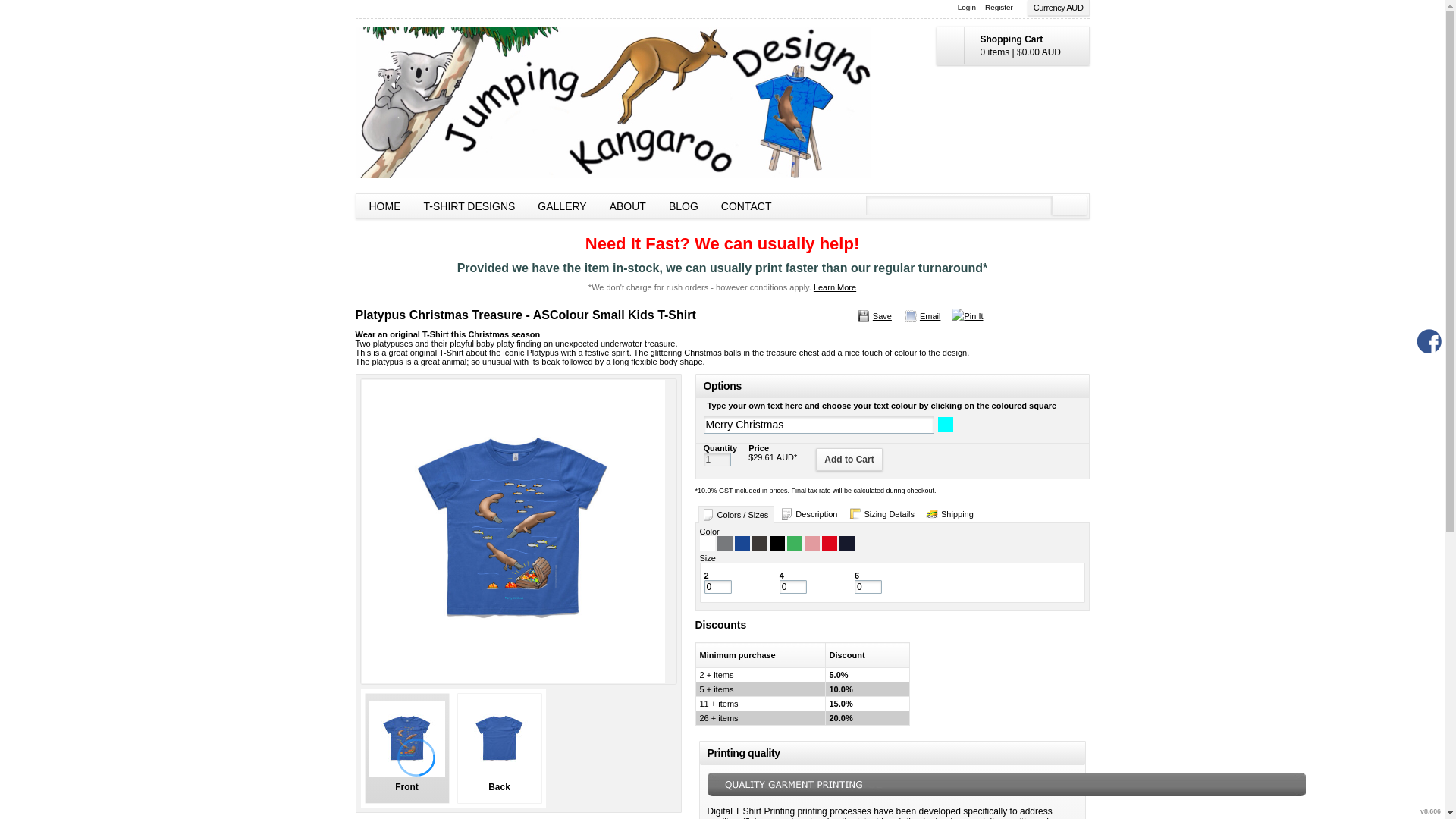 This screenshot has height=819, width=1456. I want to click on 'Colors / Sizes', so click(736, 513).